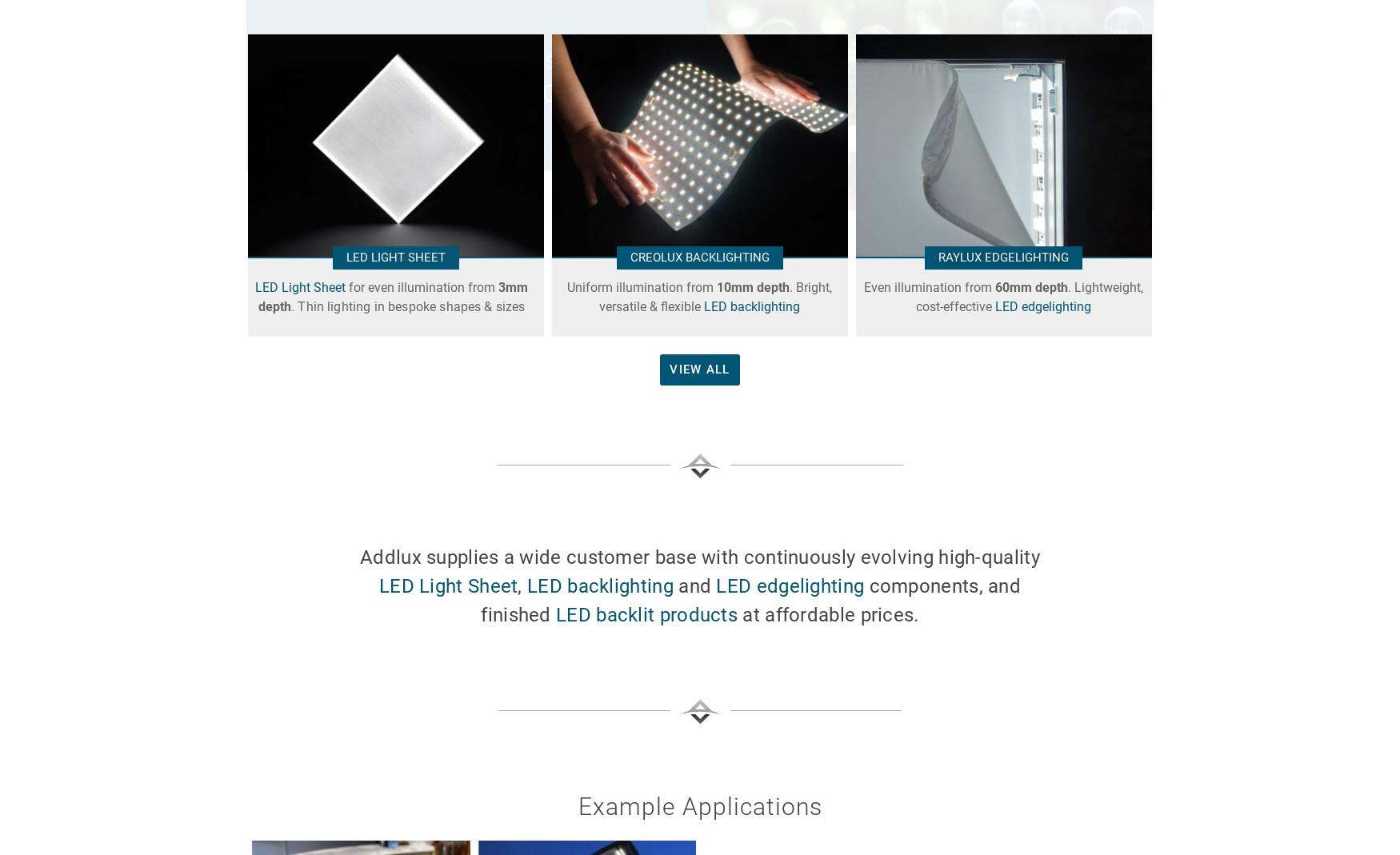  What do you see at coordinates (929, 287) in the screenshot?
I see `'Even illumination from'` at bounding box center [929, 287].